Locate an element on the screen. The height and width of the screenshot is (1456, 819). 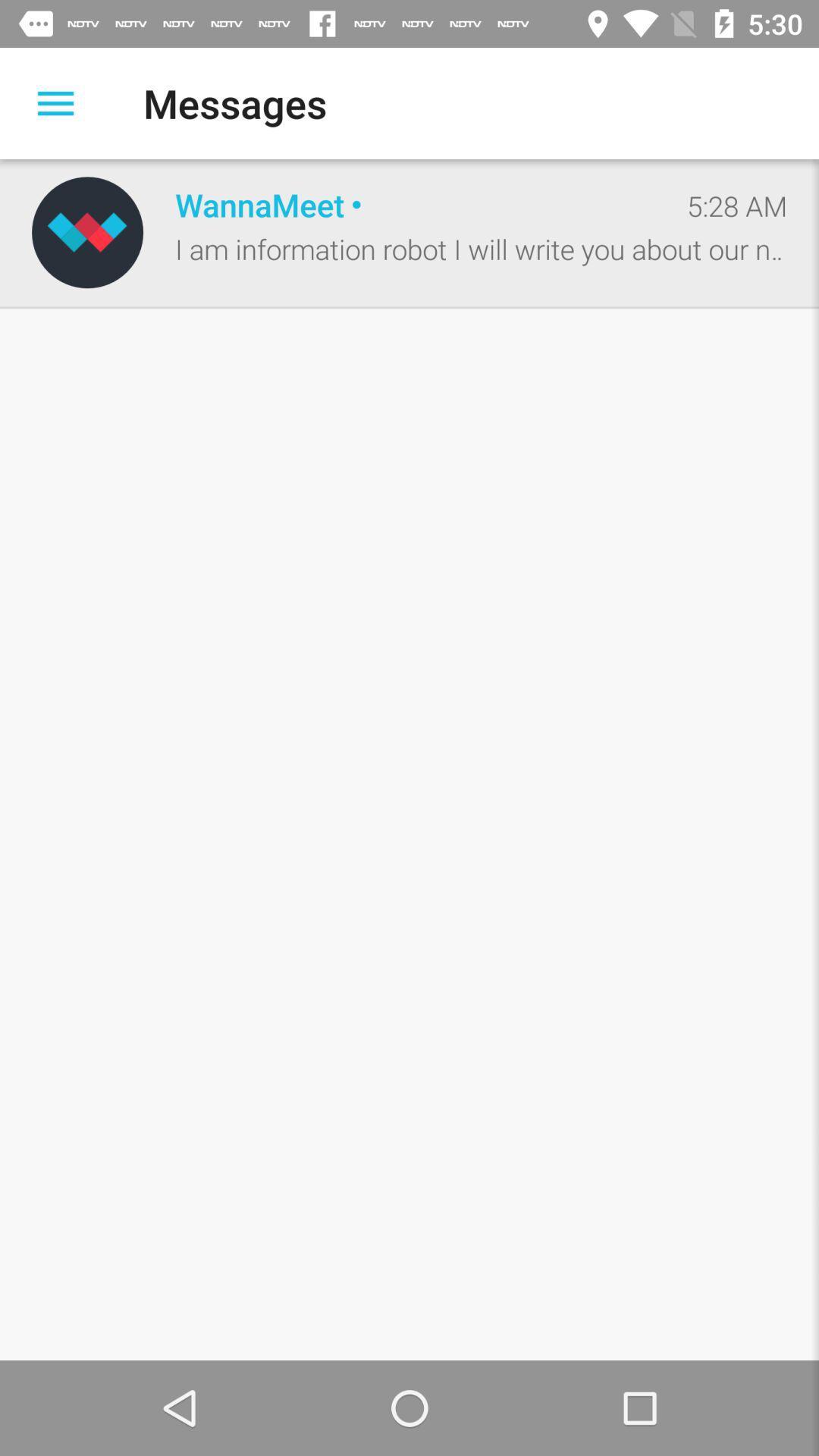
i am information icon is located at coordinates (481, 249).